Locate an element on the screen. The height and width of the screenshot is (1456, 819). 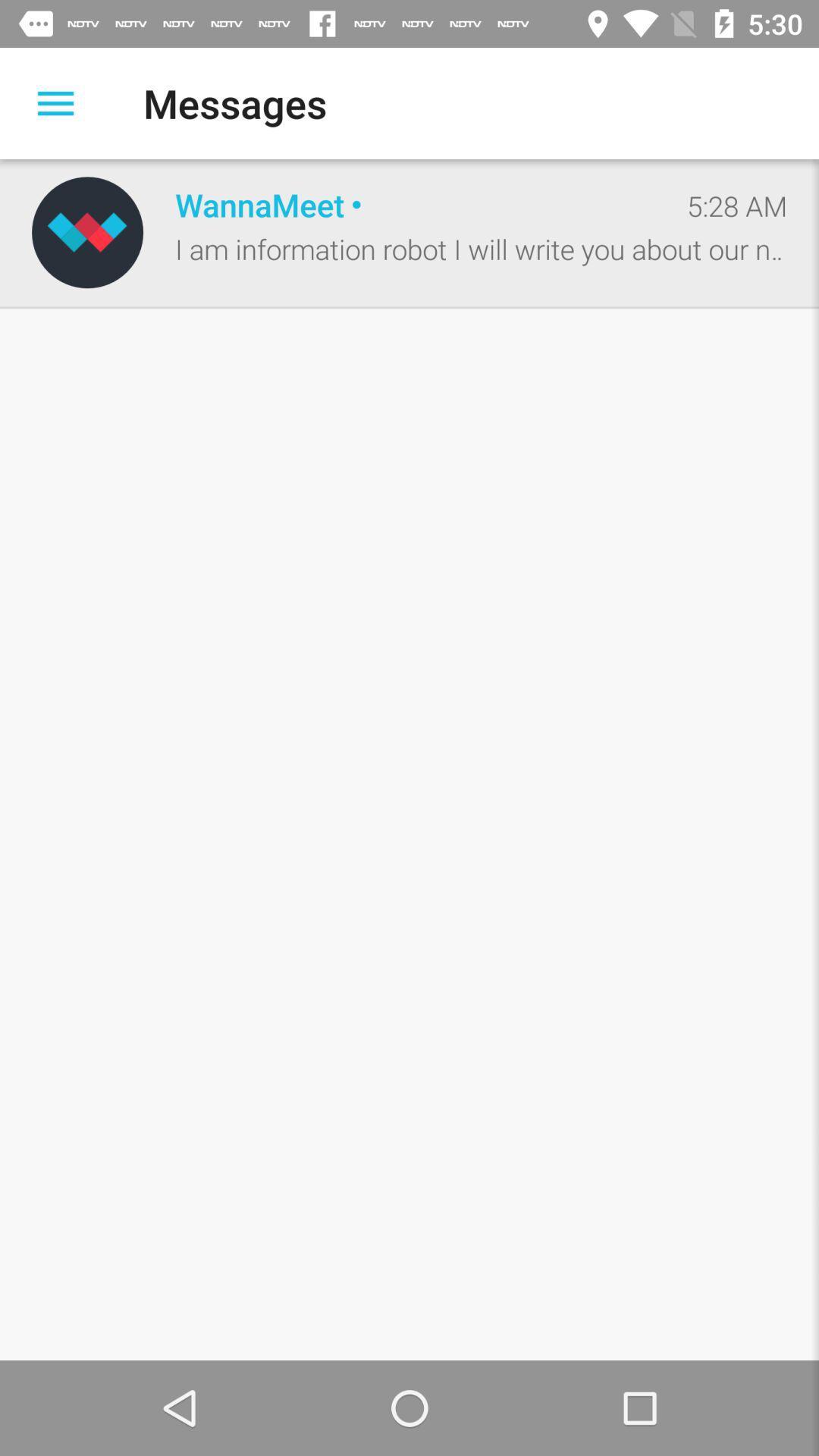
i am information icon is located at coordinates (481, 249).